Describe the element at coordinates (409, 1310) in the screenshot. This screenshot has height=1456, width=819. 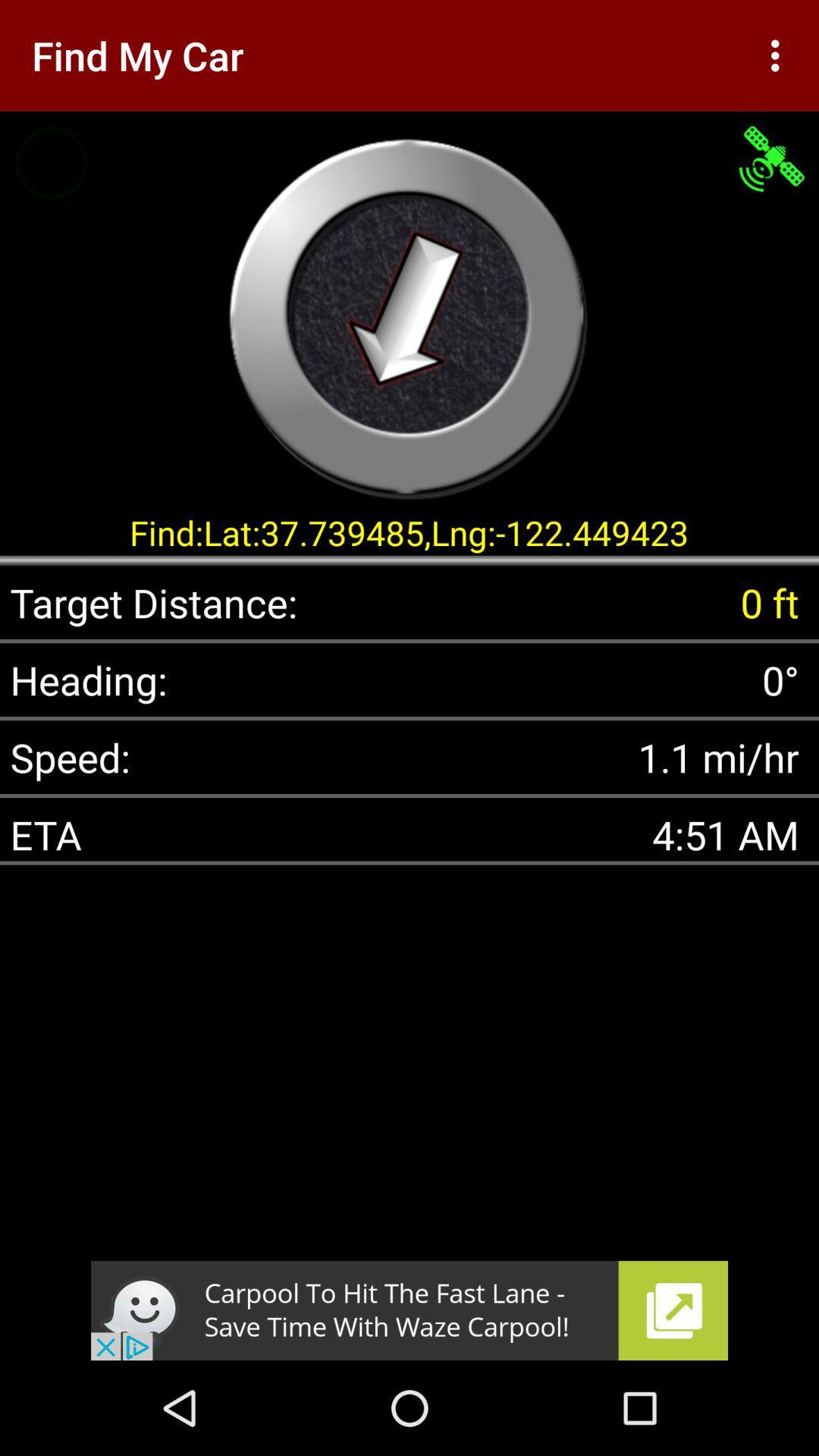
I see `advertisement` at that location.